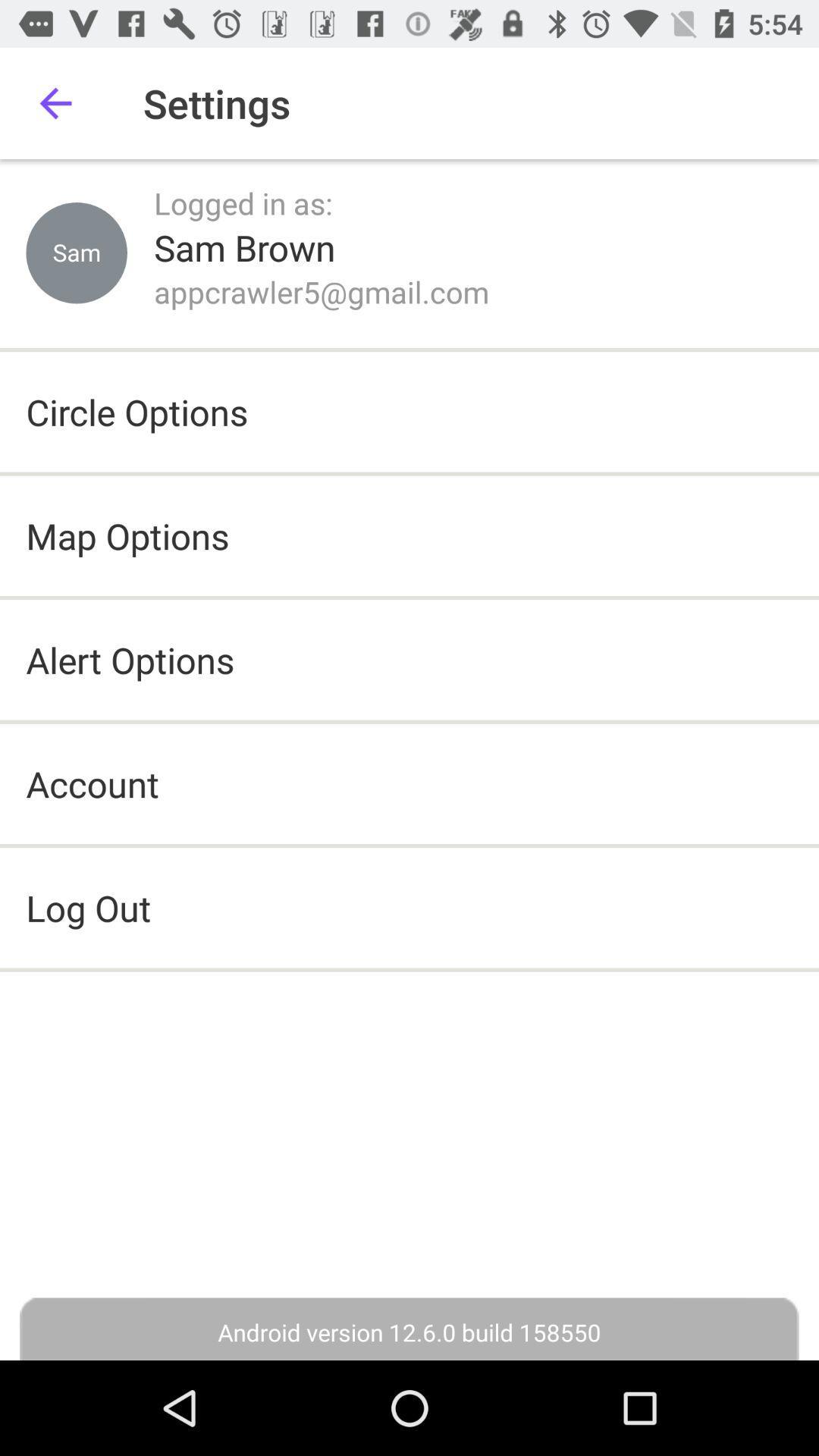  What do you see at coordinates (409, 908) in the screenshot?
I see `icon above the android version 12 icon` at bounding box center [409, 908].